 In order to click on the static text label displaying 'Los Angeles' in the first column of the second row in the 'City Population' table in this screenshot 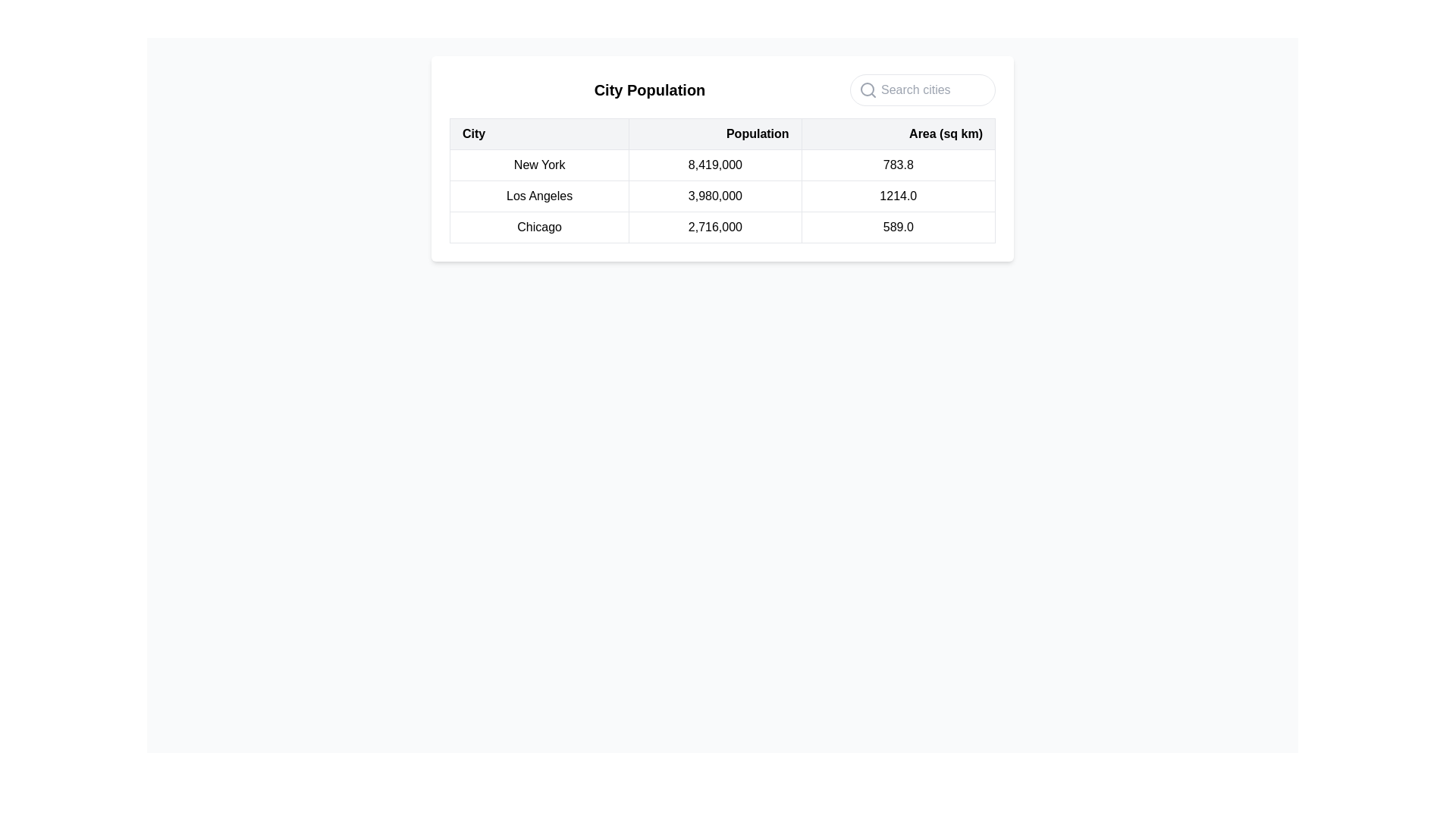, I will do `click(539, 195)`.